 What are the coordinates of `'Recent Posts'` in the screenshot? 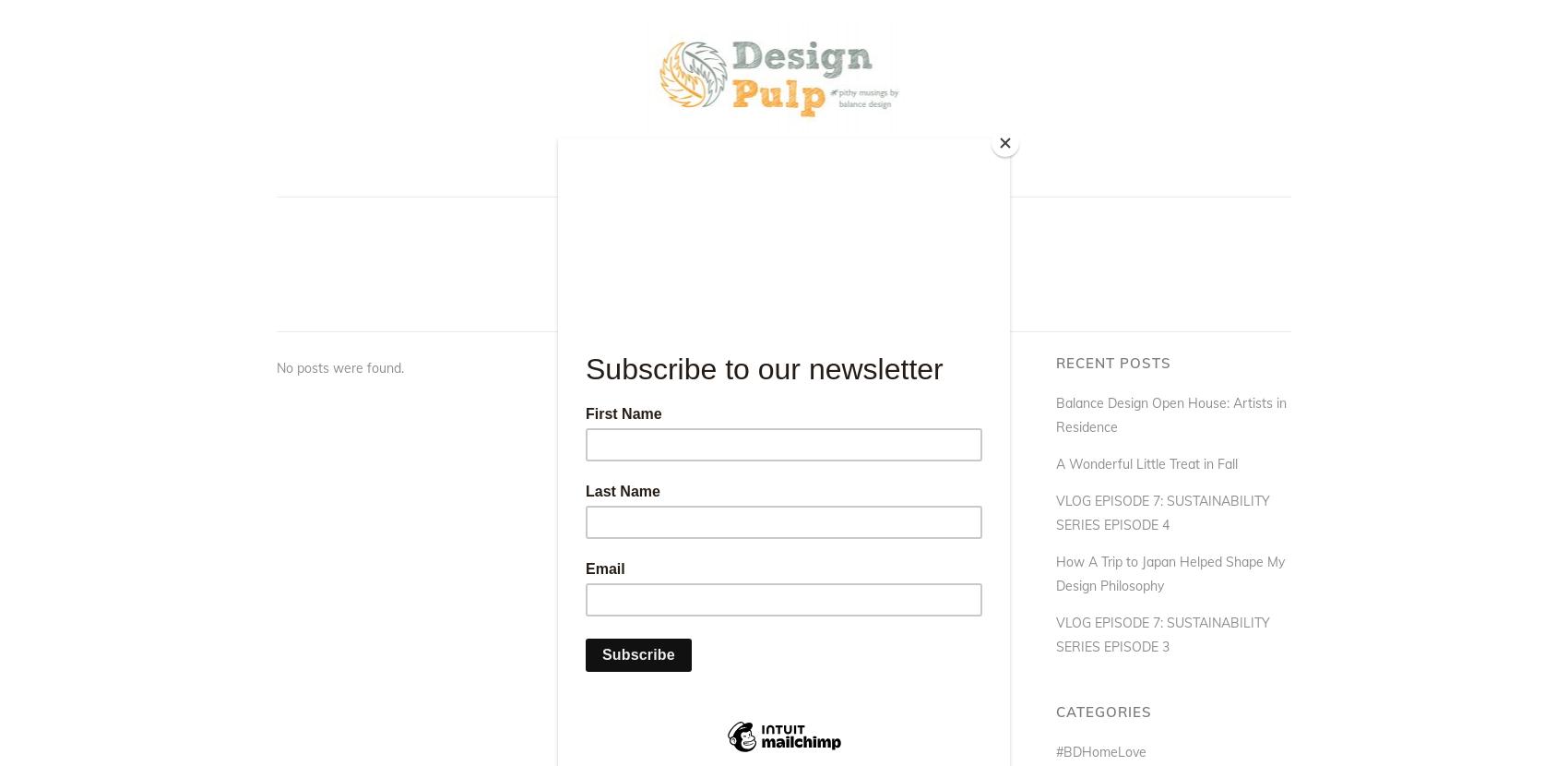 It's located at (1112, 362).